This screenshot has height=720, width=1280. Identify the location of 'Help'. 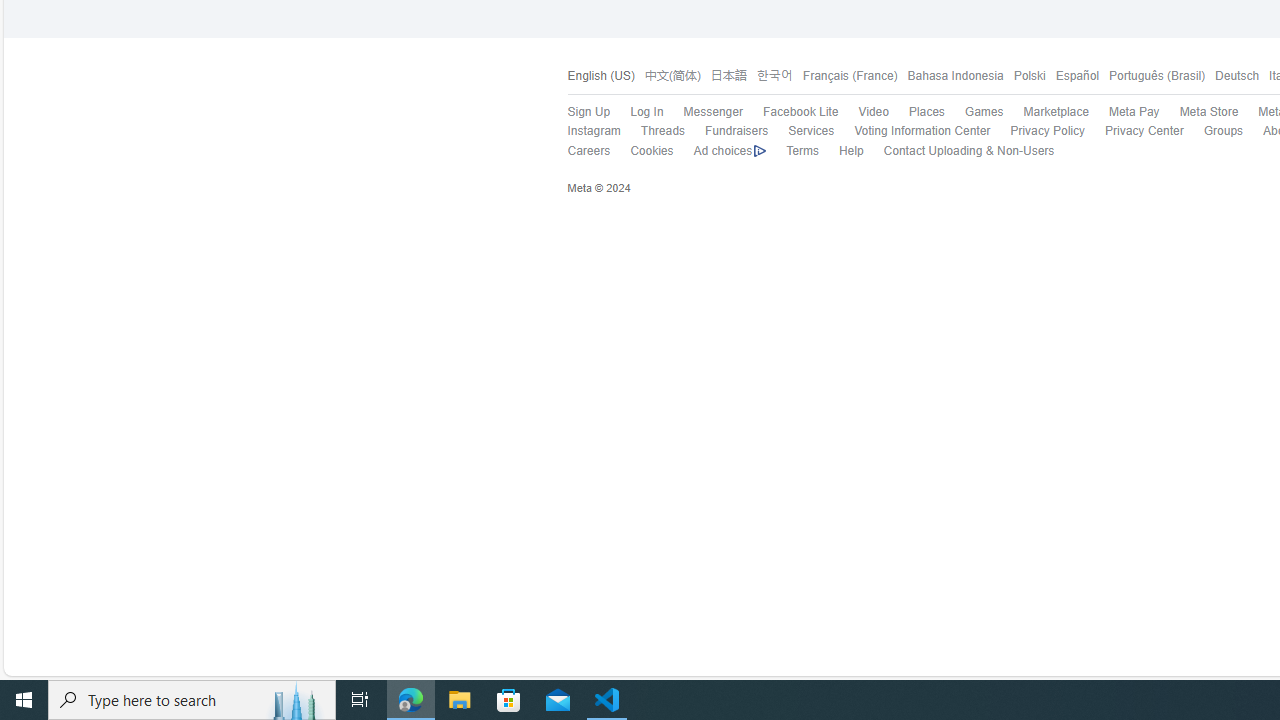
(840, 150).